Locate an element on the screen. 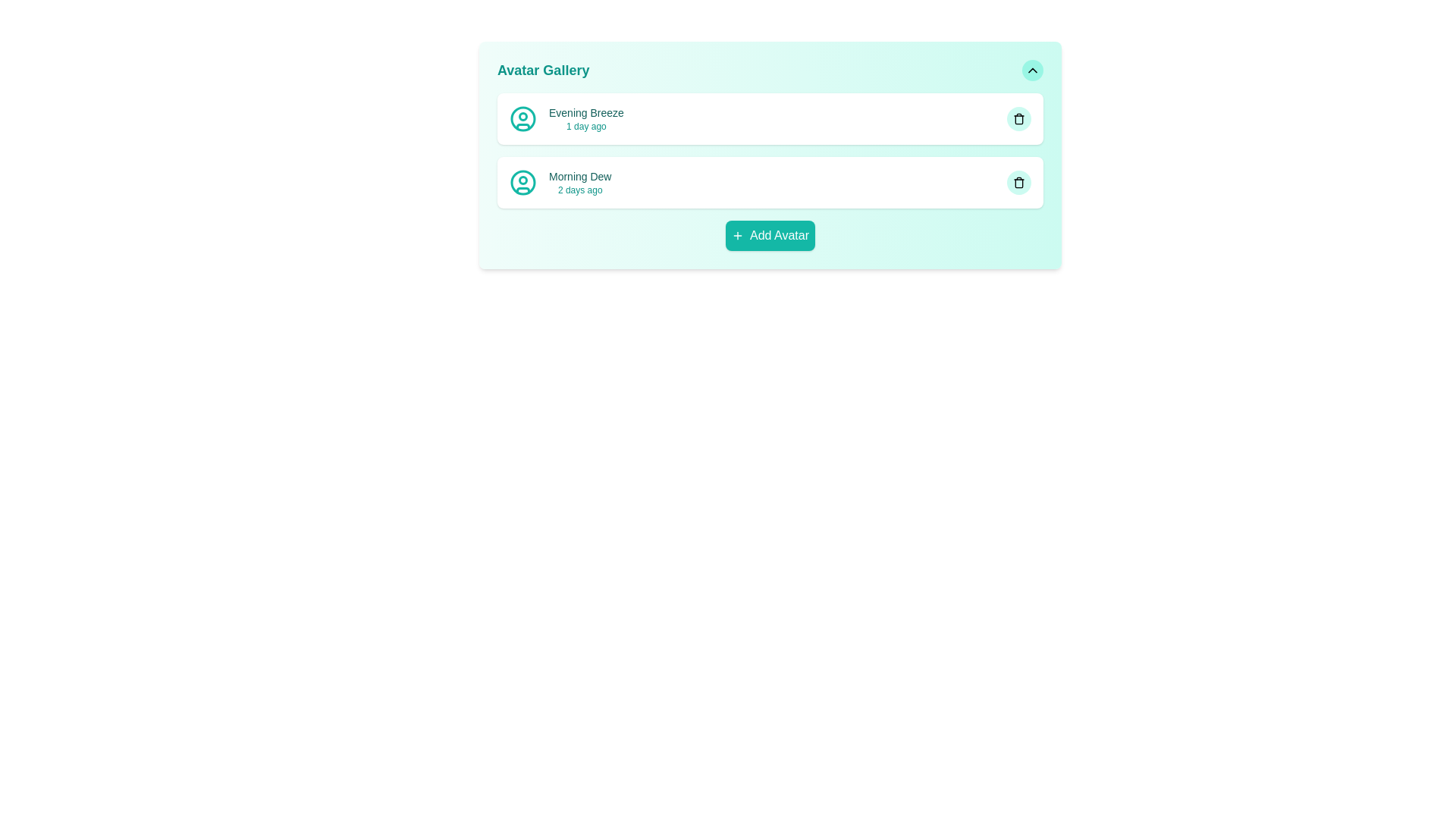 The width and height of the screenshot is (1456, 819). the SVG graphical circle element that frames the avatar representation in the second row for the 'Morning Dew' entry is located at coordinates (523, 181).